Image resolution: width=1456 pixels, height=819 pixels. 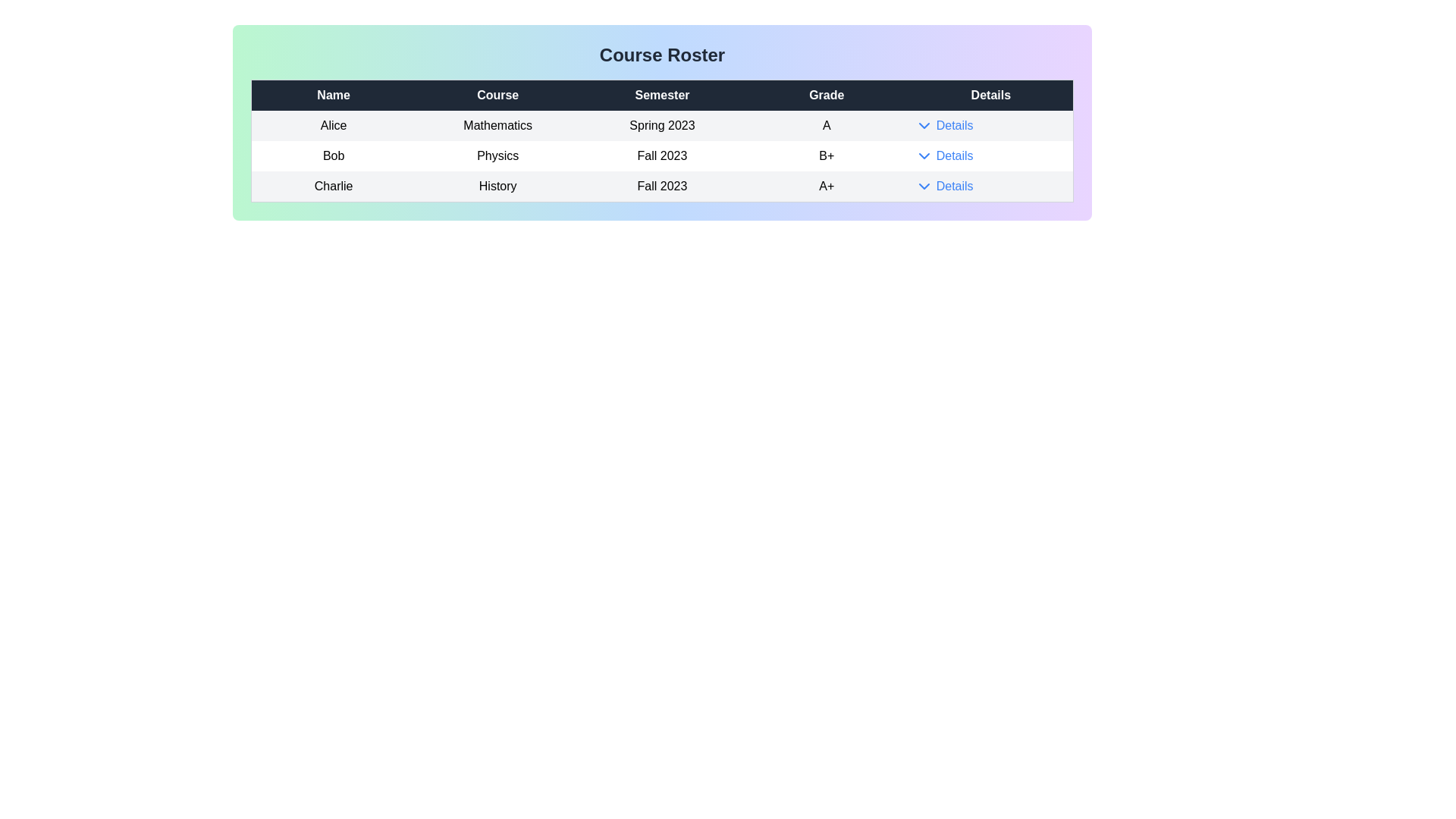 What do you see at coordinates (826, 155) in the screenshot?
I see `the static text element displaying 'B+' located in the second row of the table under the 'Grade' column` at bounding box center [826, 155].